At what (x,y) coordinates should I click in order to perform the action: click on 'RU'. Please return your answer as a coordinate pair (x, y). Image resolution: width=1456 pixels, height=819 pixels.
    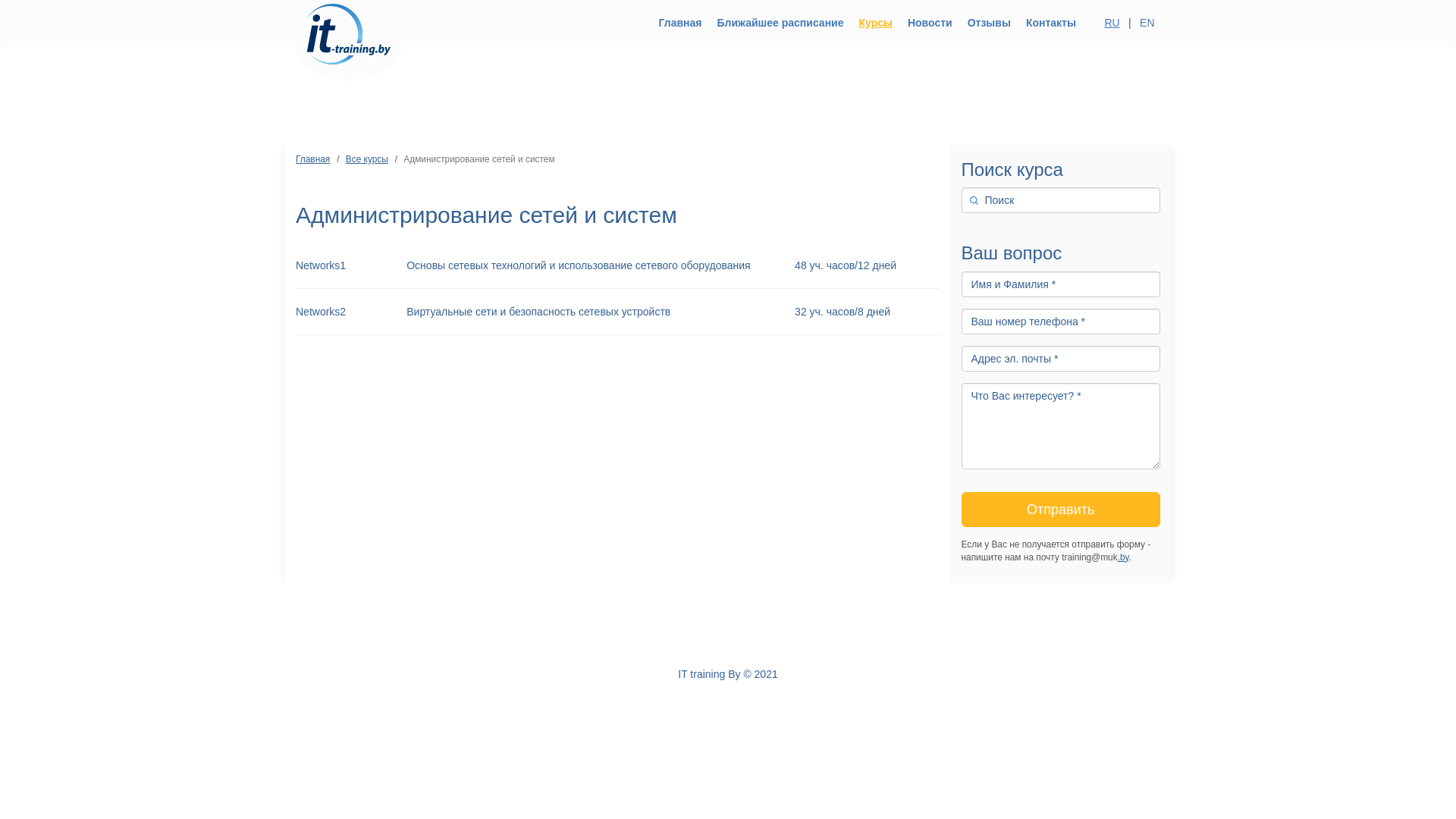
    Looking at the image, I should click on (1099, 23).